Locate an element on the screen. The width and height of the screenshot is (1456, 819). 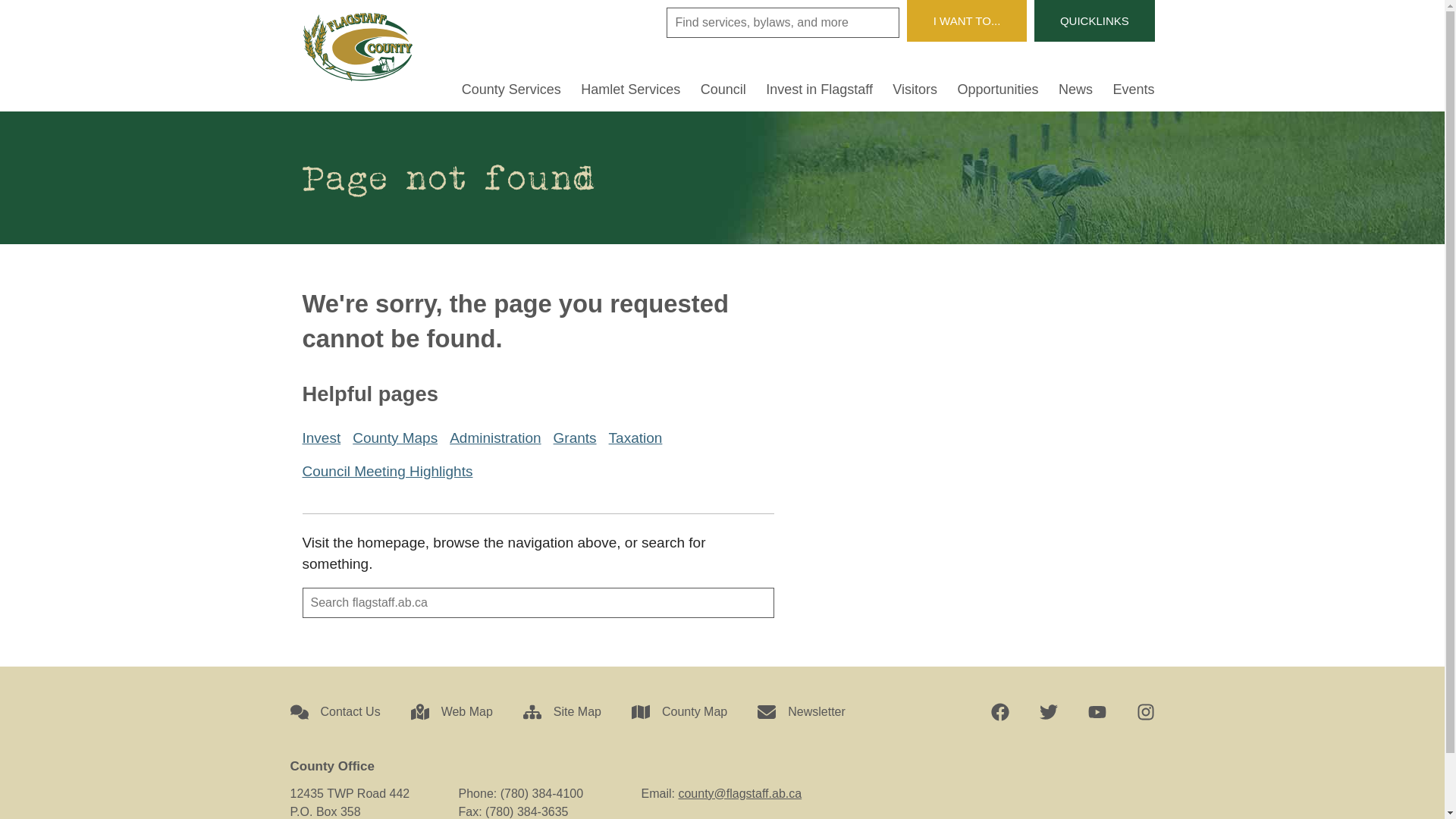
'County Services' is located at coordinates (511, 93).